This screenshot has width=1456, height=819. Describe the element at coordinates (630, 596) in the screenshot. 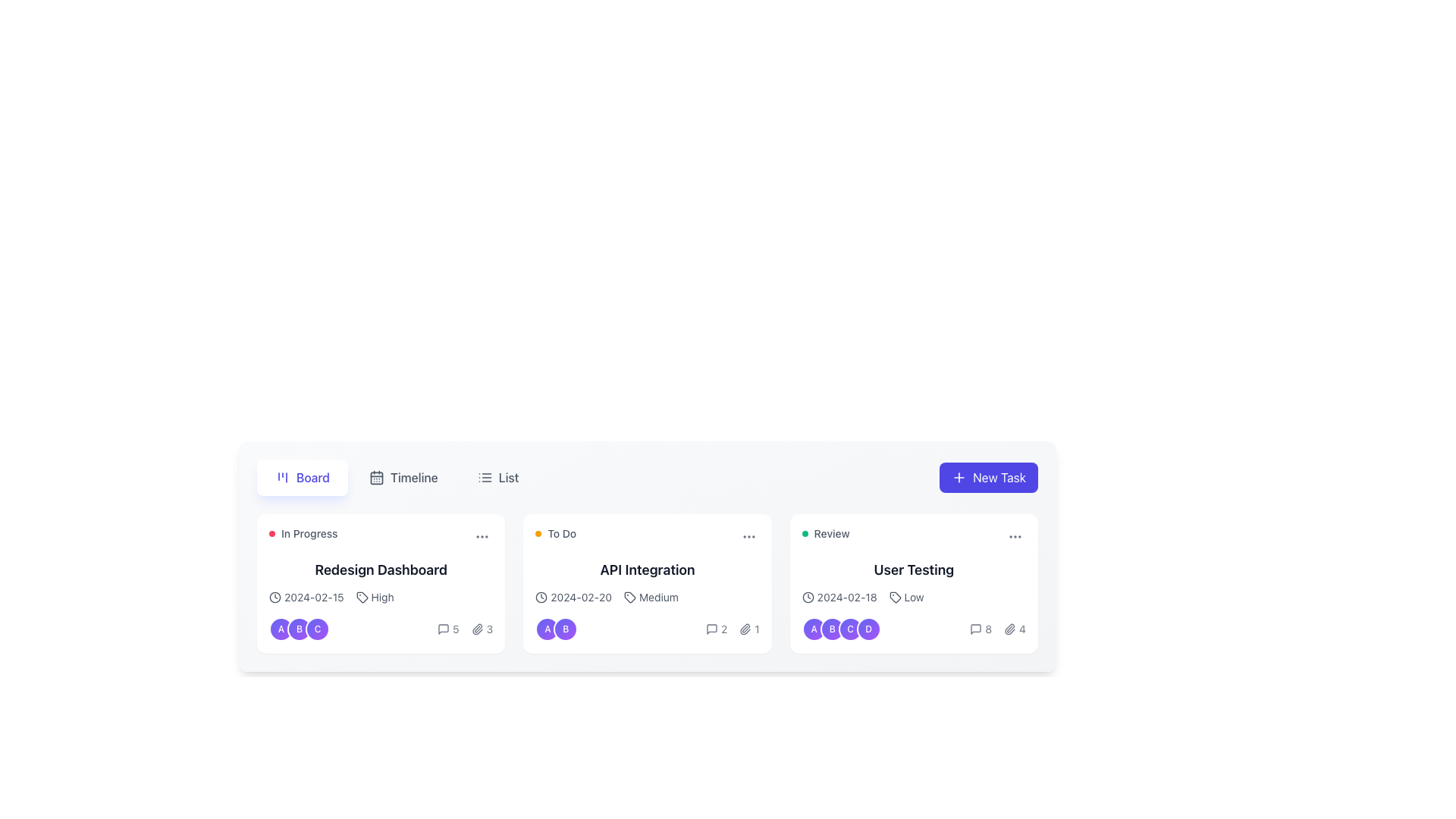

I see `the information represented by the tag icon located in the second card labeled 'API Integration', positioned above the 'Medium' text` at that location.